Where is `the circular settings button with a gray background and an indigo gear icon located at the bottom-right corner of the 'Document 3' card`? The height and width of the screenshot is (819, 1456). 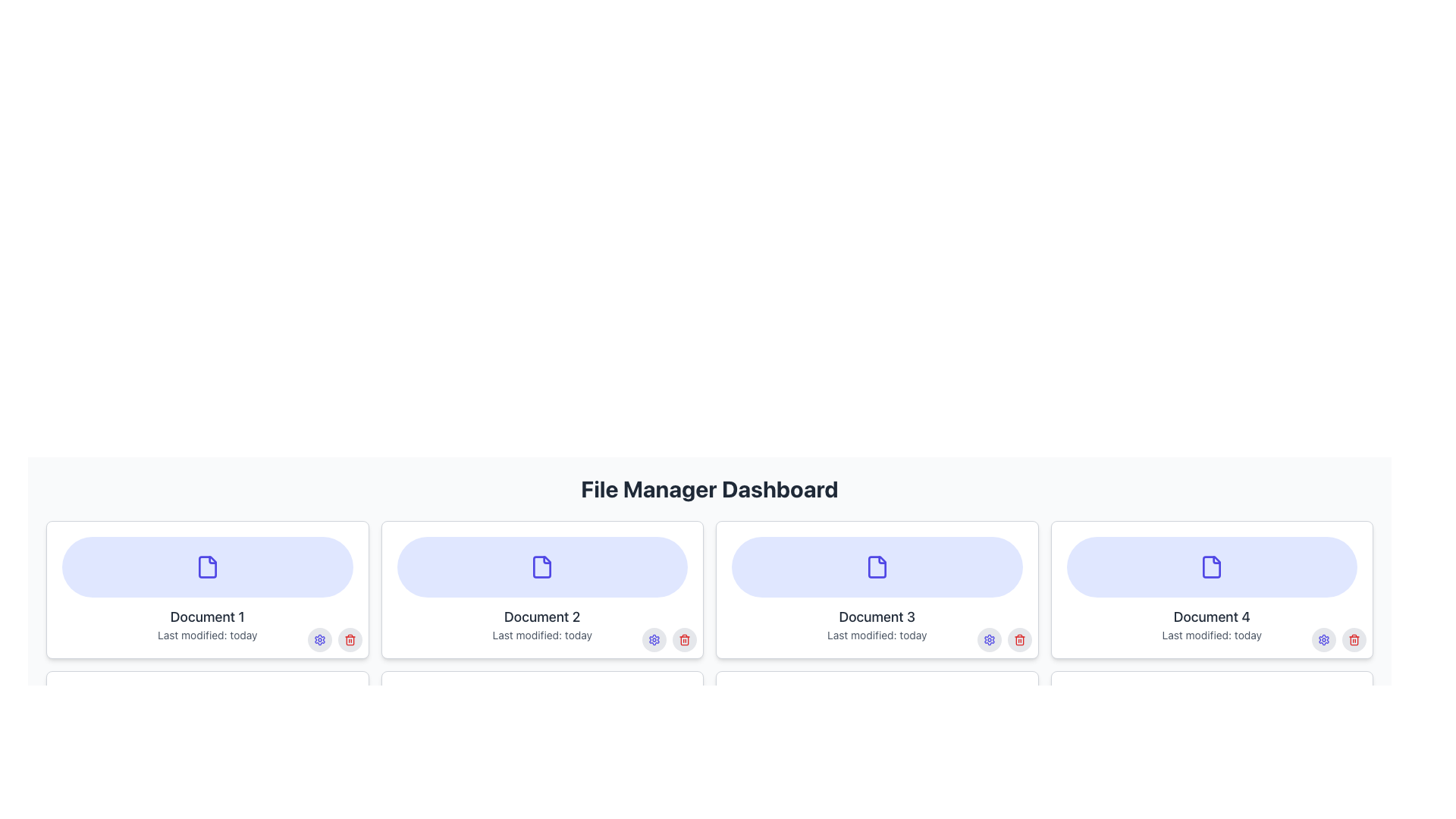 the circular settings button with a gray background and an indigo gear icon located at the bottom-right corner of the 'Document 3' card is located at coordinates (989, 640).